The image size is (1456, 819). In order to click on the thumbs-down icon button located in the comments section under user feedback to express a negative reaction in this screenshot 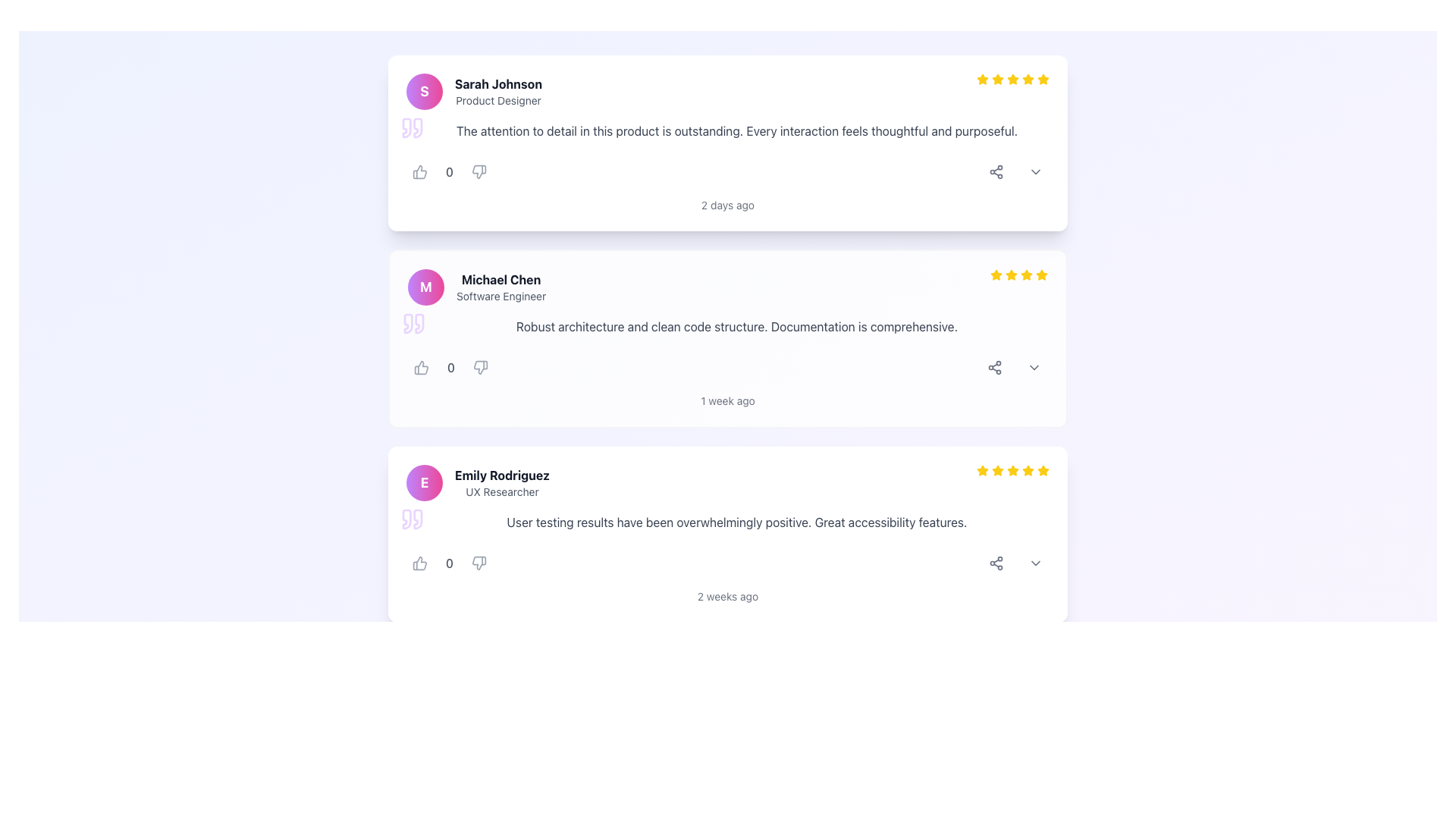, I will do `click(479, 171)`.